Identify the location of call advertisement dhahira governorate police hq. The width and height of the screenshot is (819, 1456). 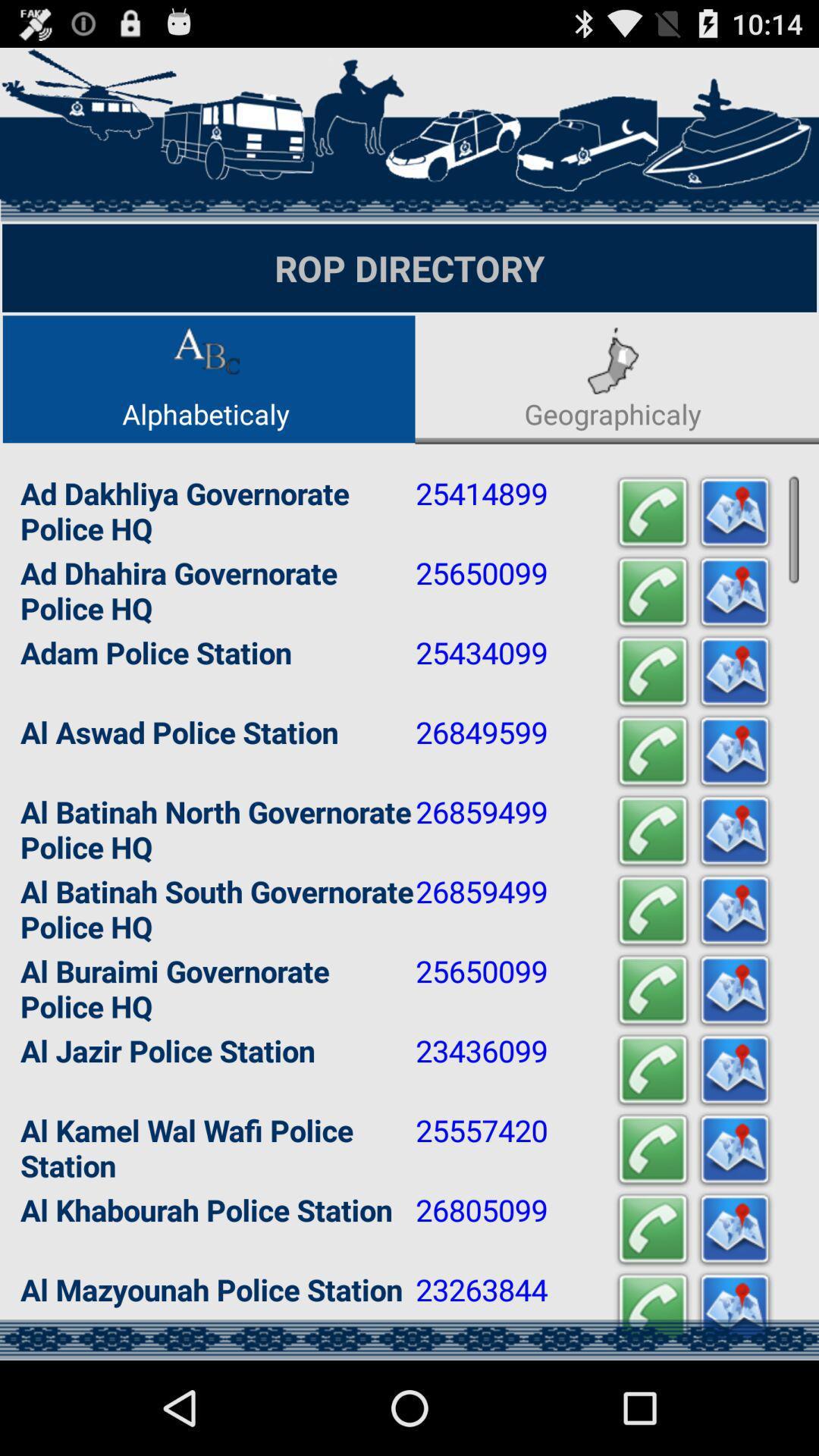
(651, 591).